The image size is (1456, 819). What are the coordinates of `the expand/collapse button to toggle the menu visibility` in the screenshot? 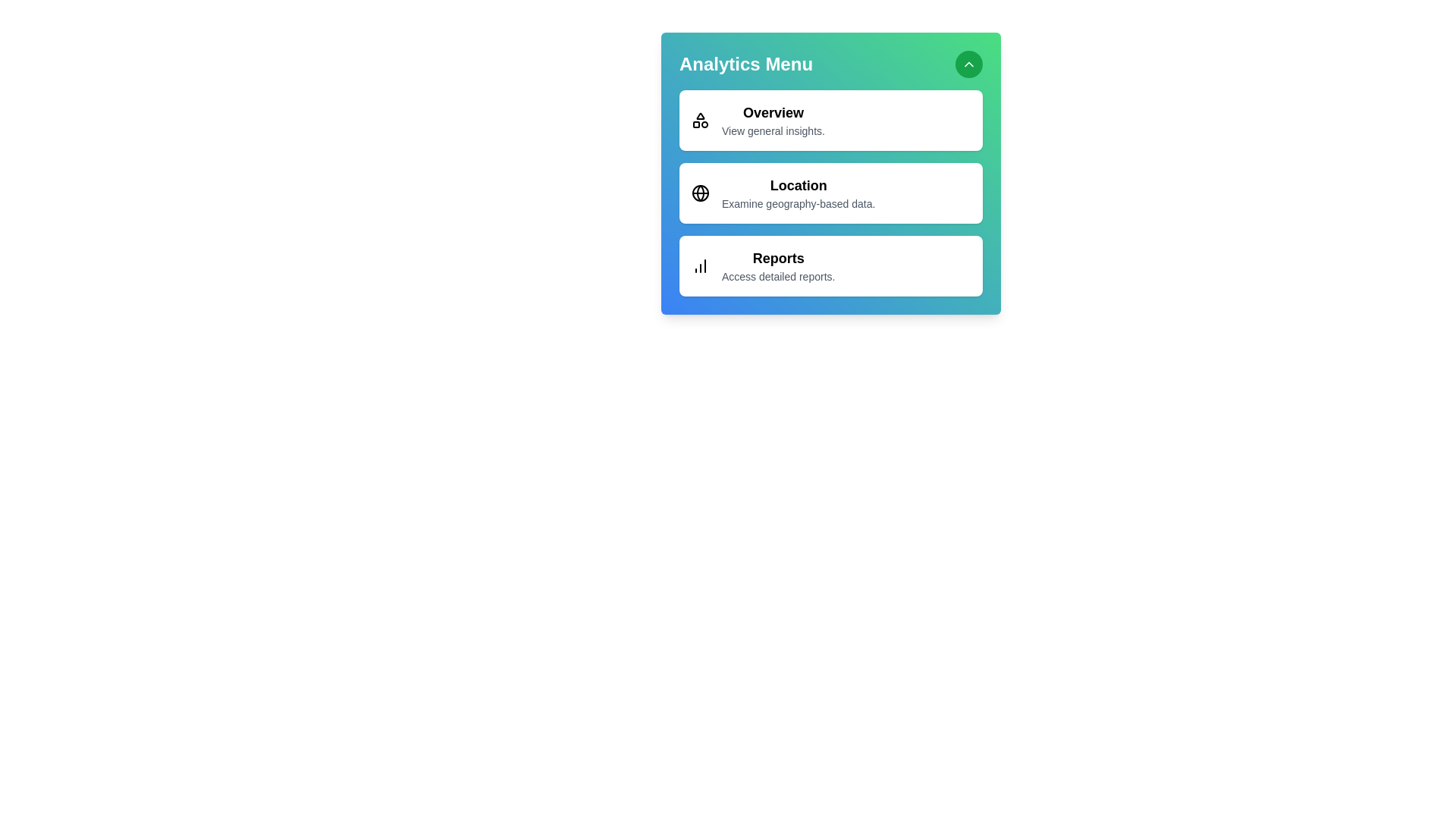 It's located at (968, 63).